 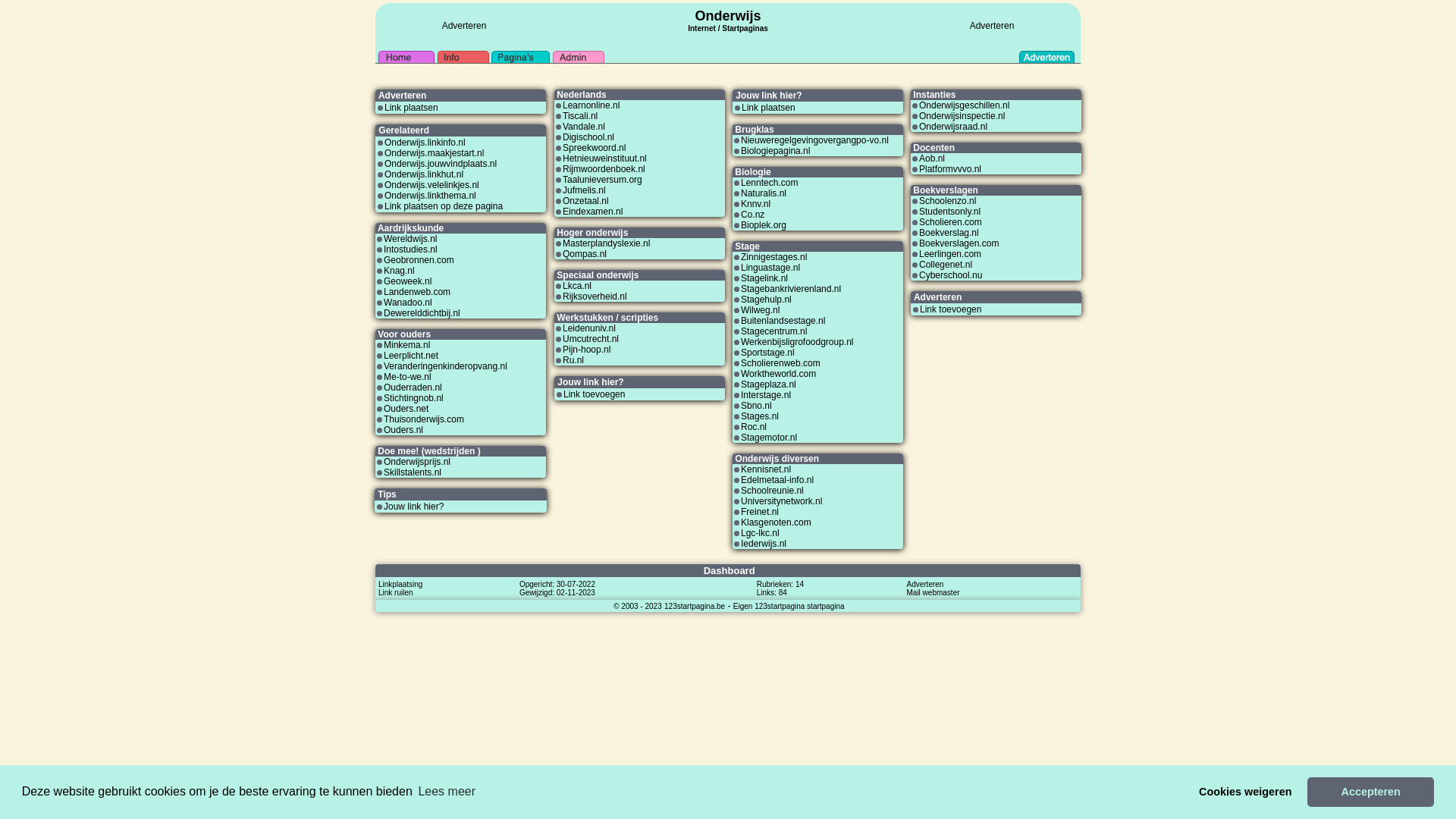 What do you see at coordinates (775, 151) in the screenshot?
I see `'Biologiepagina.nl'` at bounding box center [775, 151].